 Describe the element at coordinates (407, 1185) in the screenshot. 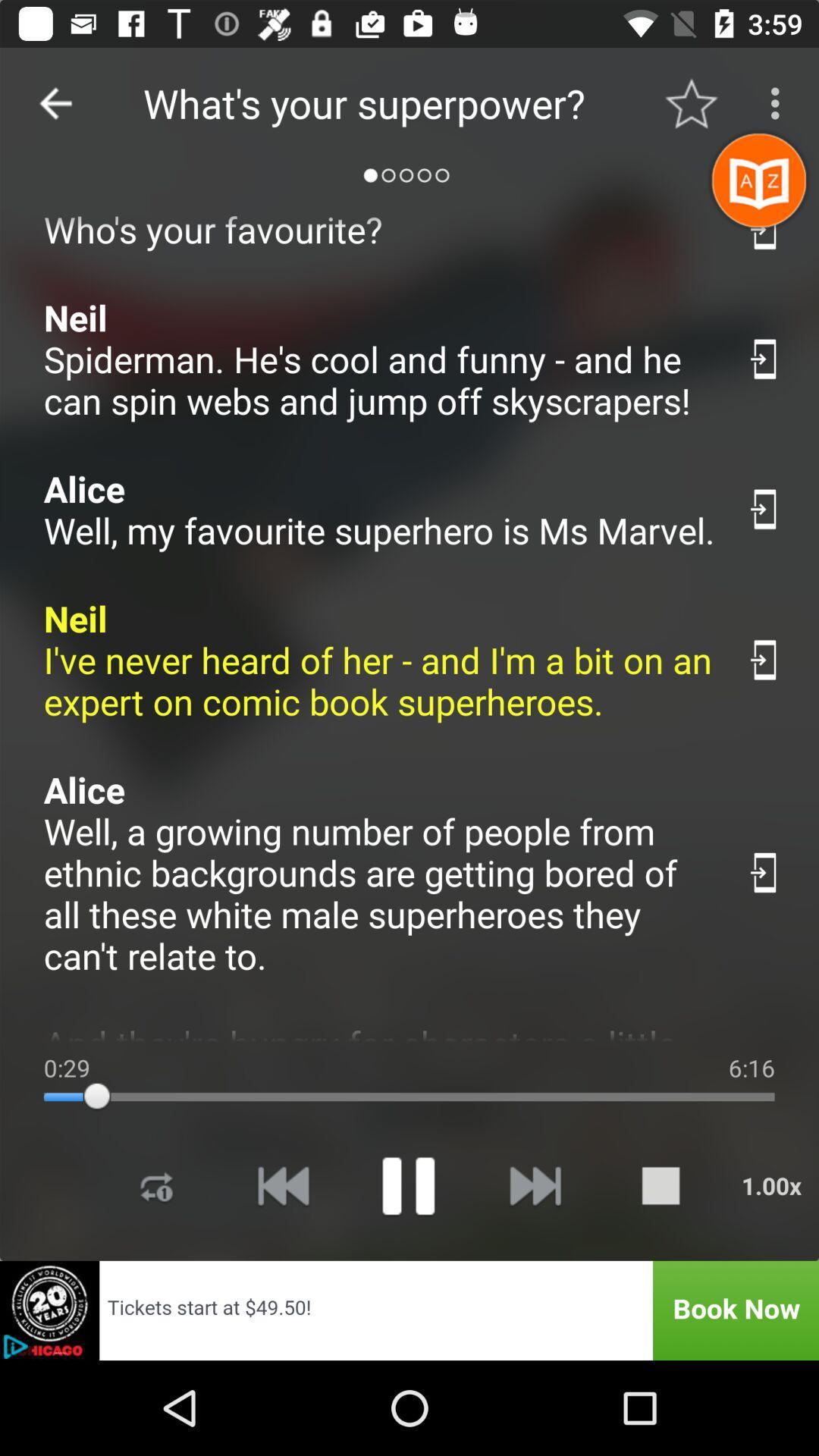

I see `the pause icon` at that location.